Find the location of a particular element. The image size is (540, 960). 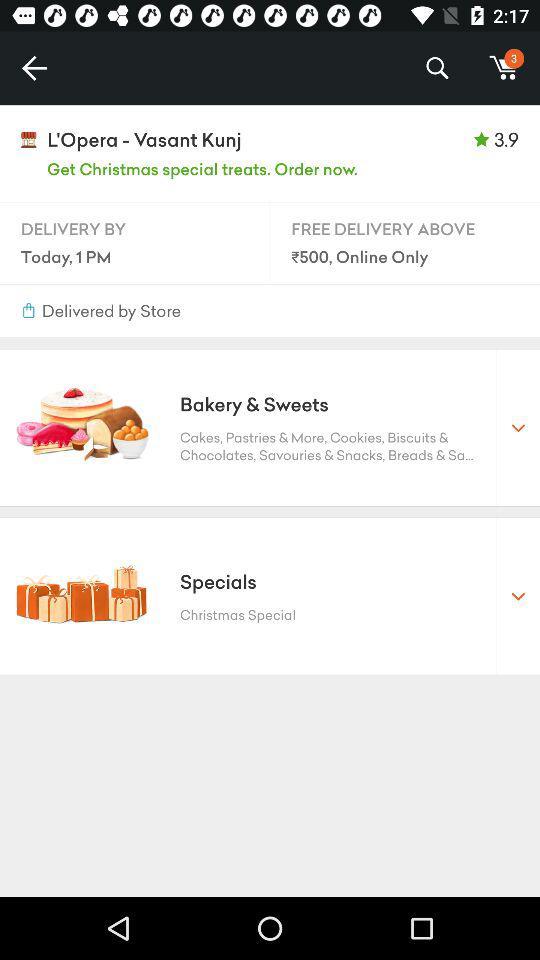

% icon is located at coordinates (436, 68).